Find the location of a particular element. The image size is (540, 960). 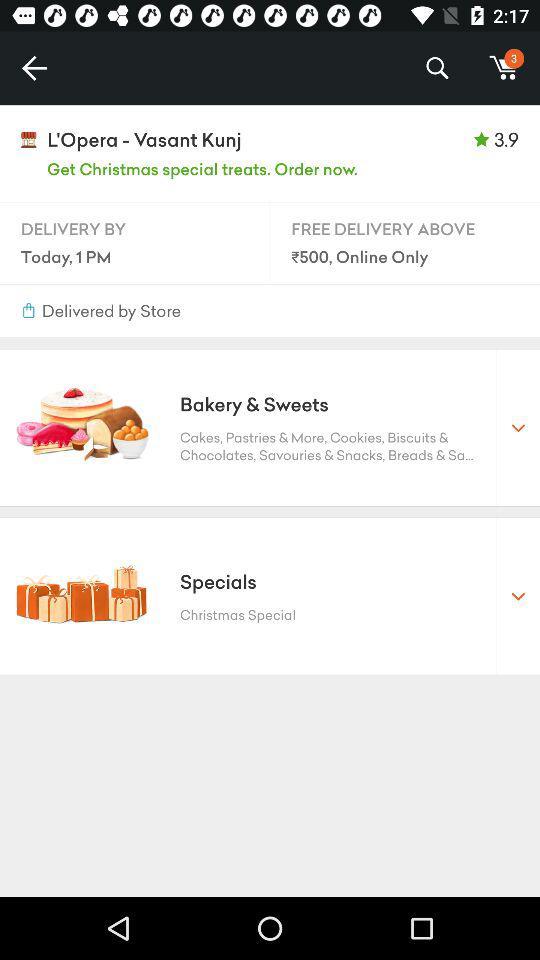

% icon is located at coordinates (436, 68).